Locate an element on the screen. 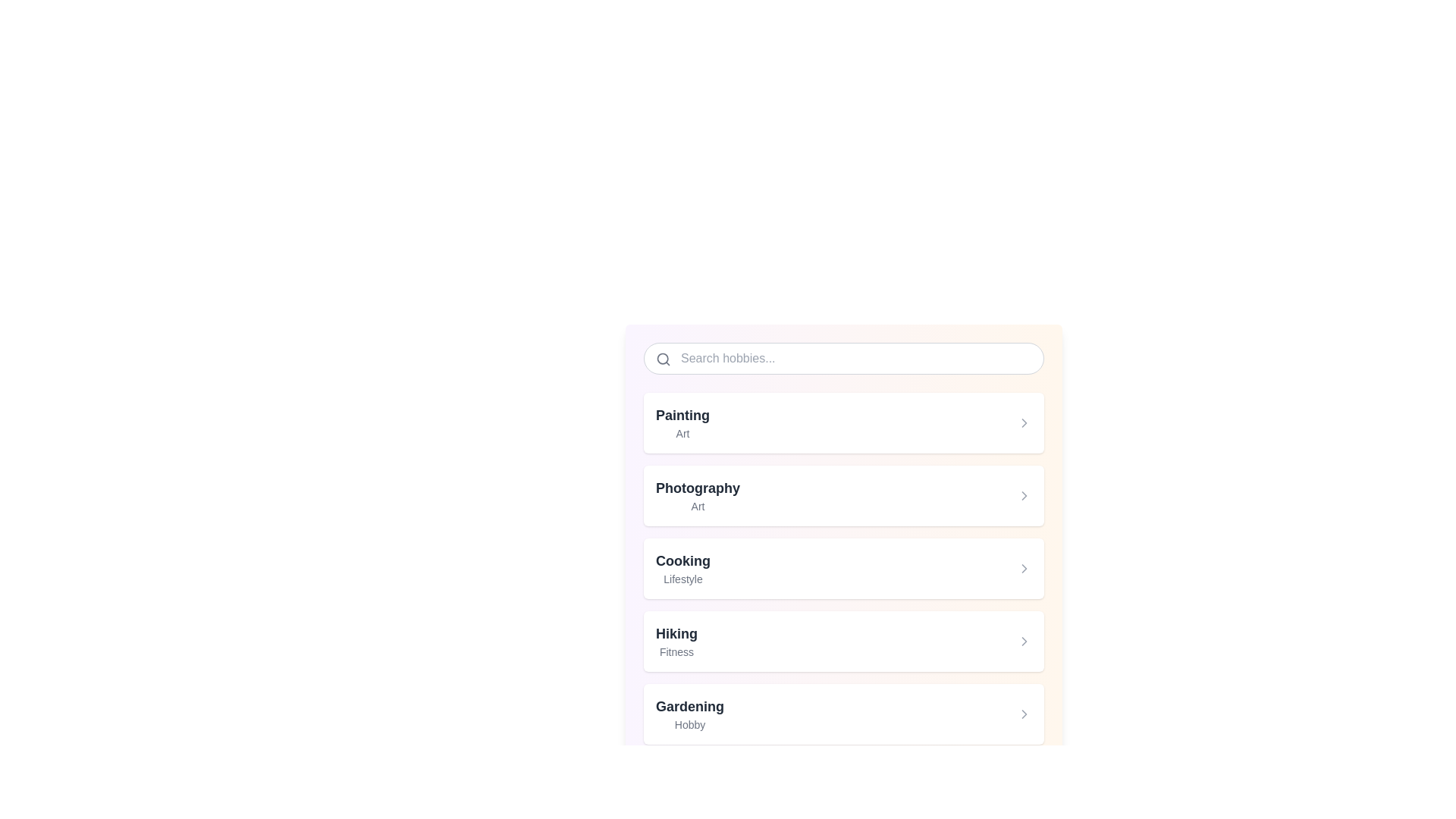  the small rightward-pointing arrow icon with rounded corners located at the far right edge of the 'GardeningHobby' list item to proceed to the Gardening details is located at coordinates (1024, 714).